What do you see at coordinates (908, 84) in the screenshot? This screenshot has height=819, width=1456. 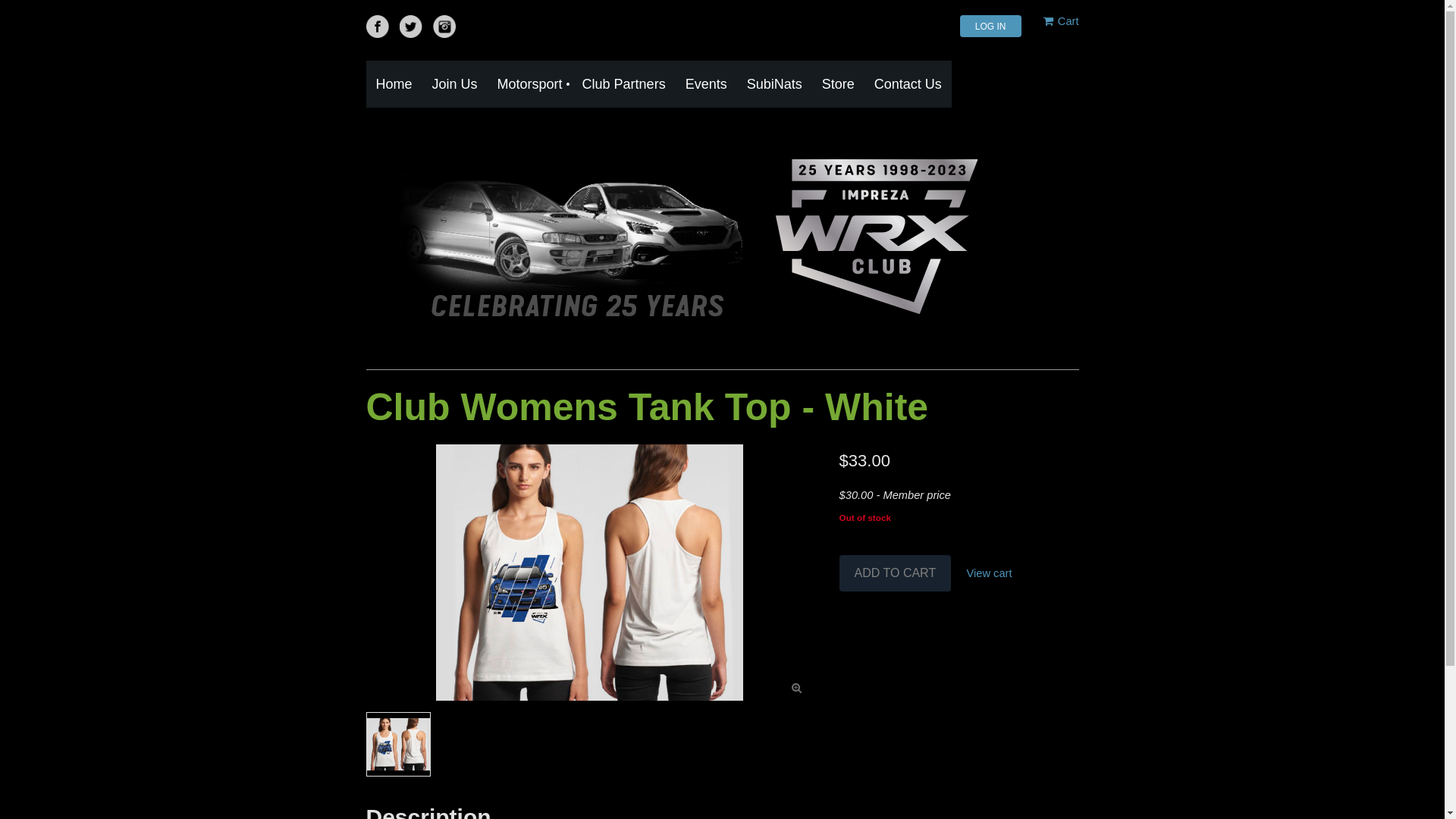 I see `'Contact Us'` at bounding box center [908, 84].